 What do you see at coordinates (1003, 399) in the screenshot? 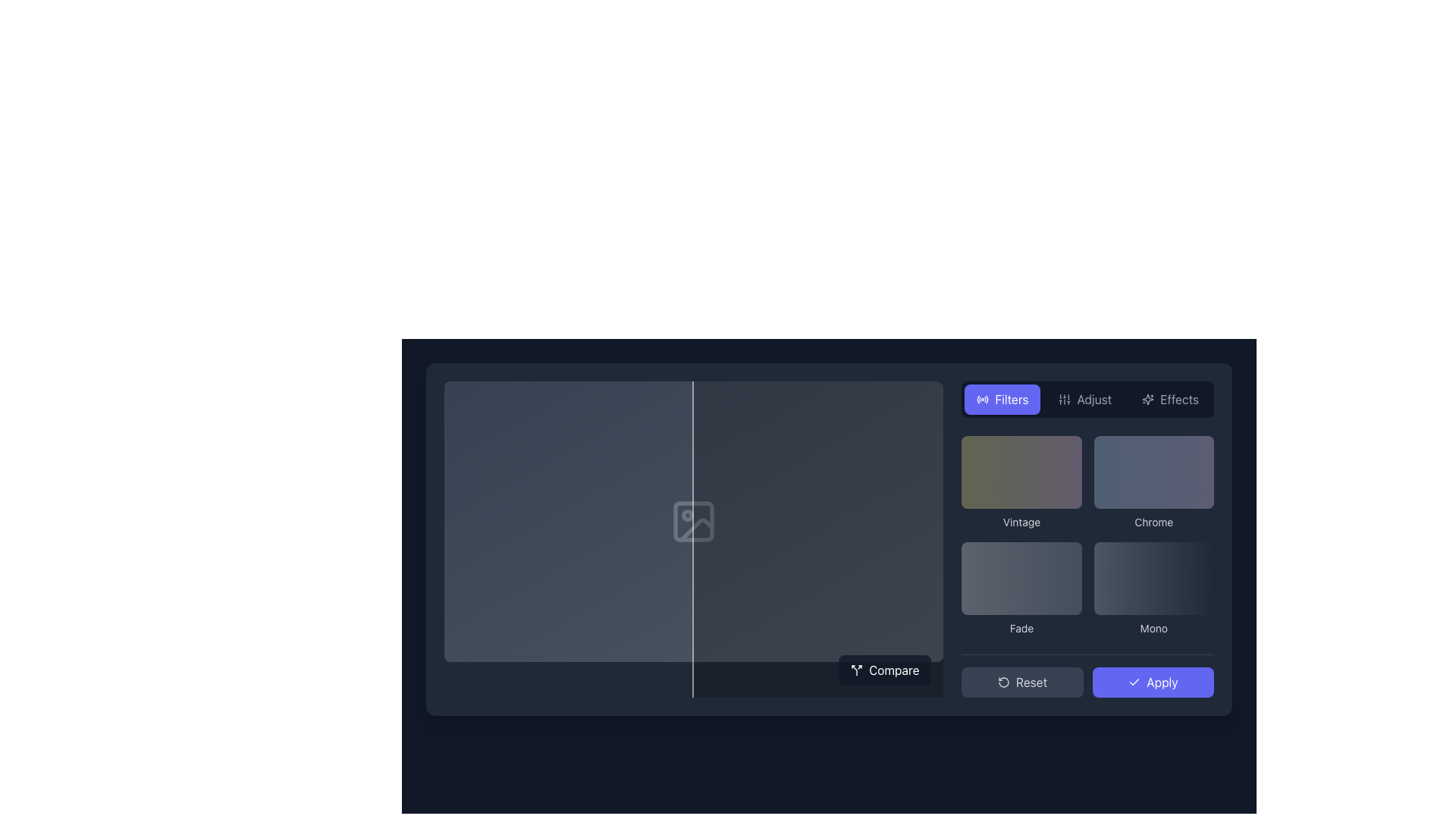
I see `the filter button located in the top-right corner of the interface` at bounding box center [1003, 399].